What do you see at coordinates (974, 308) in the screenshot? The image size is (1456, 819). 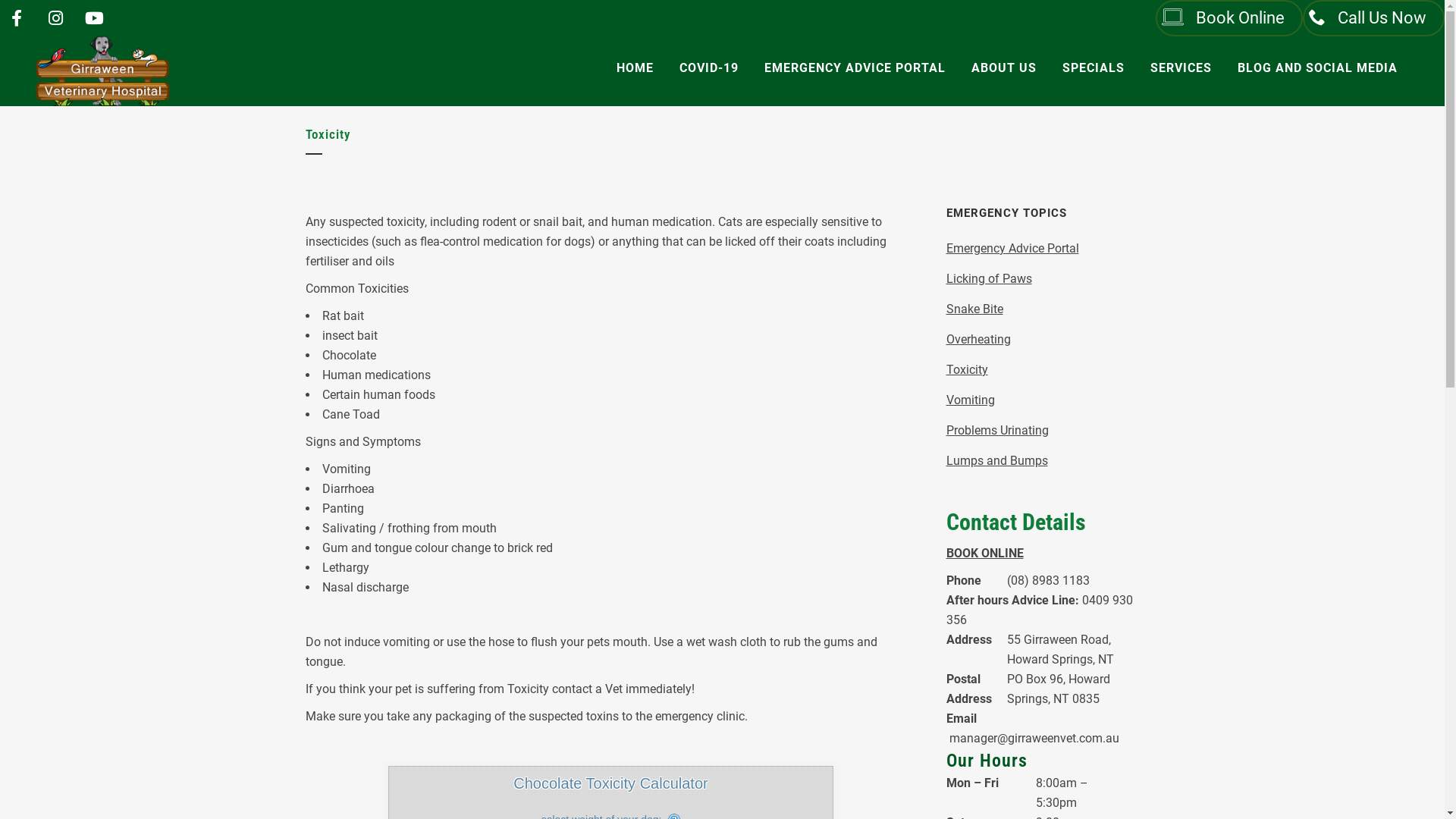 I see `'Snake Bite'` at bounding box center [974, 308].